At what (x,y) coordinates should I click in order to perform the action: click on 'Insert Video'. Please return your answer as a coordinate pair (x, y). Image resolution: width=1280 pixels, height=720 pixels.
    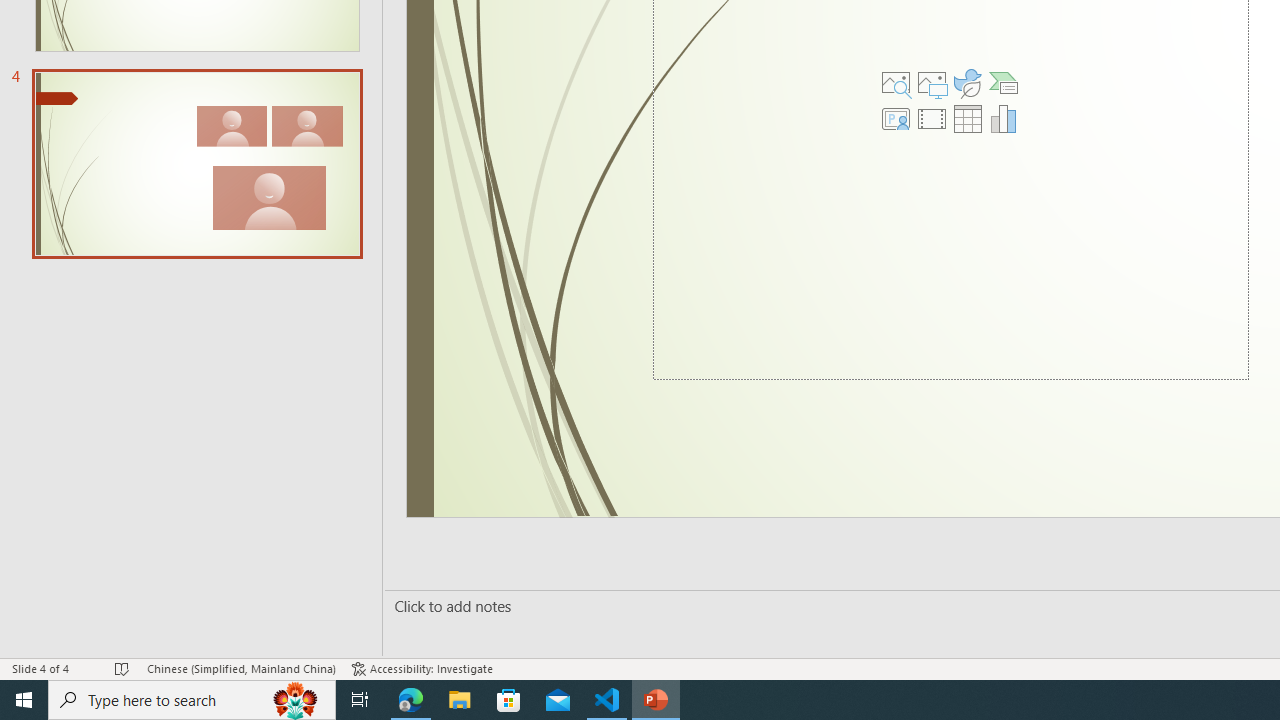
    Looking at the image, I should click on (931, 119).